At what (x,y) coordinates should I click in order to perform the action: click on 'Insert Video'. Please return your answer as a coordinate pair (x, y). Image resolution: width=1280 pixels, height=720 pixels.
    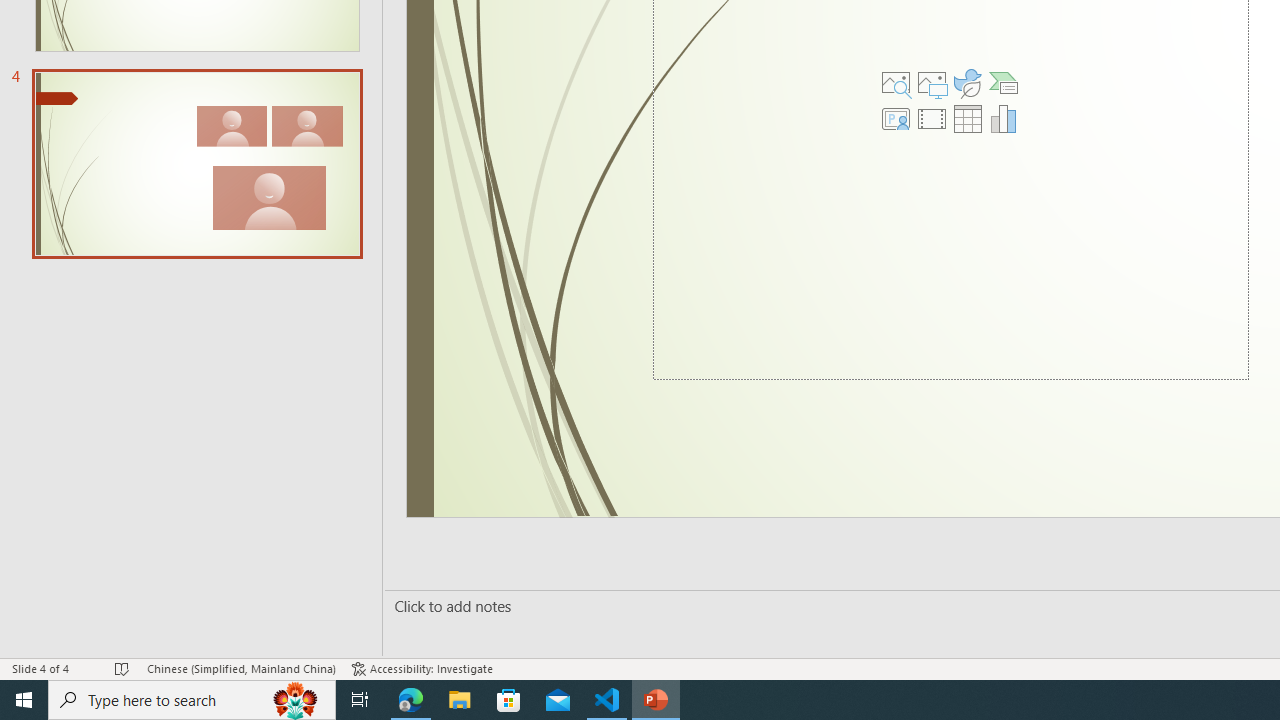
    Looking at the image, I should click on (931, 119).